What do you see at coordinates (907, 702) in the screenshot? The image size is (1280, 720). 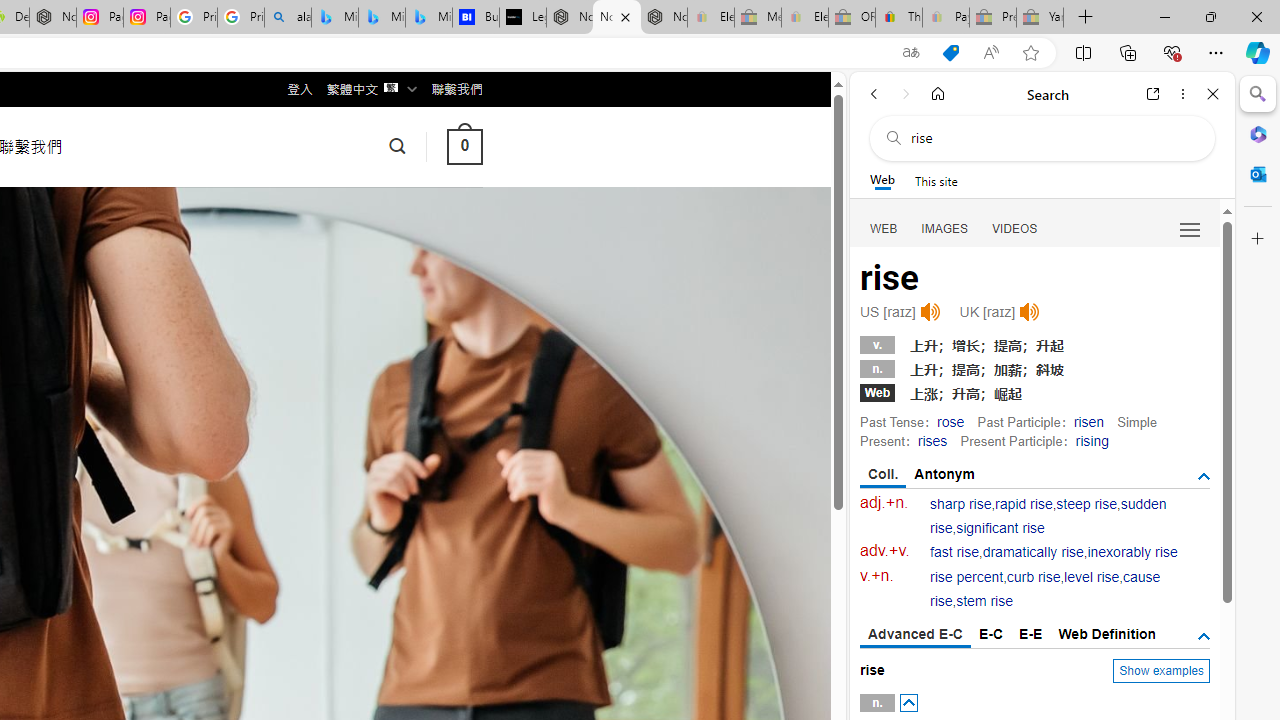 I see `'AutomationID: posbtn_0'` at bounding box center [907, 702].